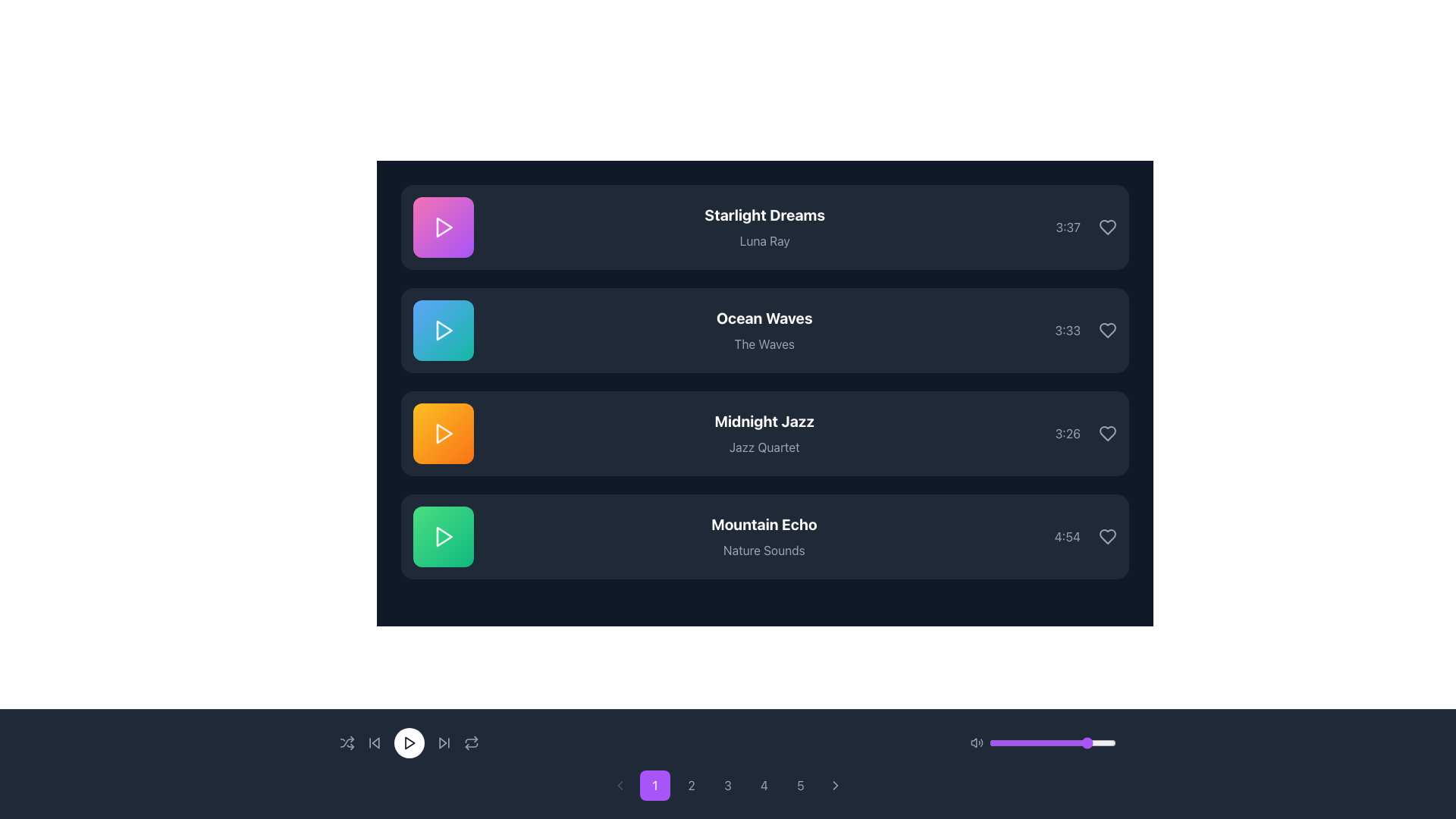 The height and width of the screenshot is (819, 1456). Describe the element at coordinates (1107, 227) in the screenshot. I see `the heart icon button, which is the rightmost element in a row containing the time '3:37'` at that location.